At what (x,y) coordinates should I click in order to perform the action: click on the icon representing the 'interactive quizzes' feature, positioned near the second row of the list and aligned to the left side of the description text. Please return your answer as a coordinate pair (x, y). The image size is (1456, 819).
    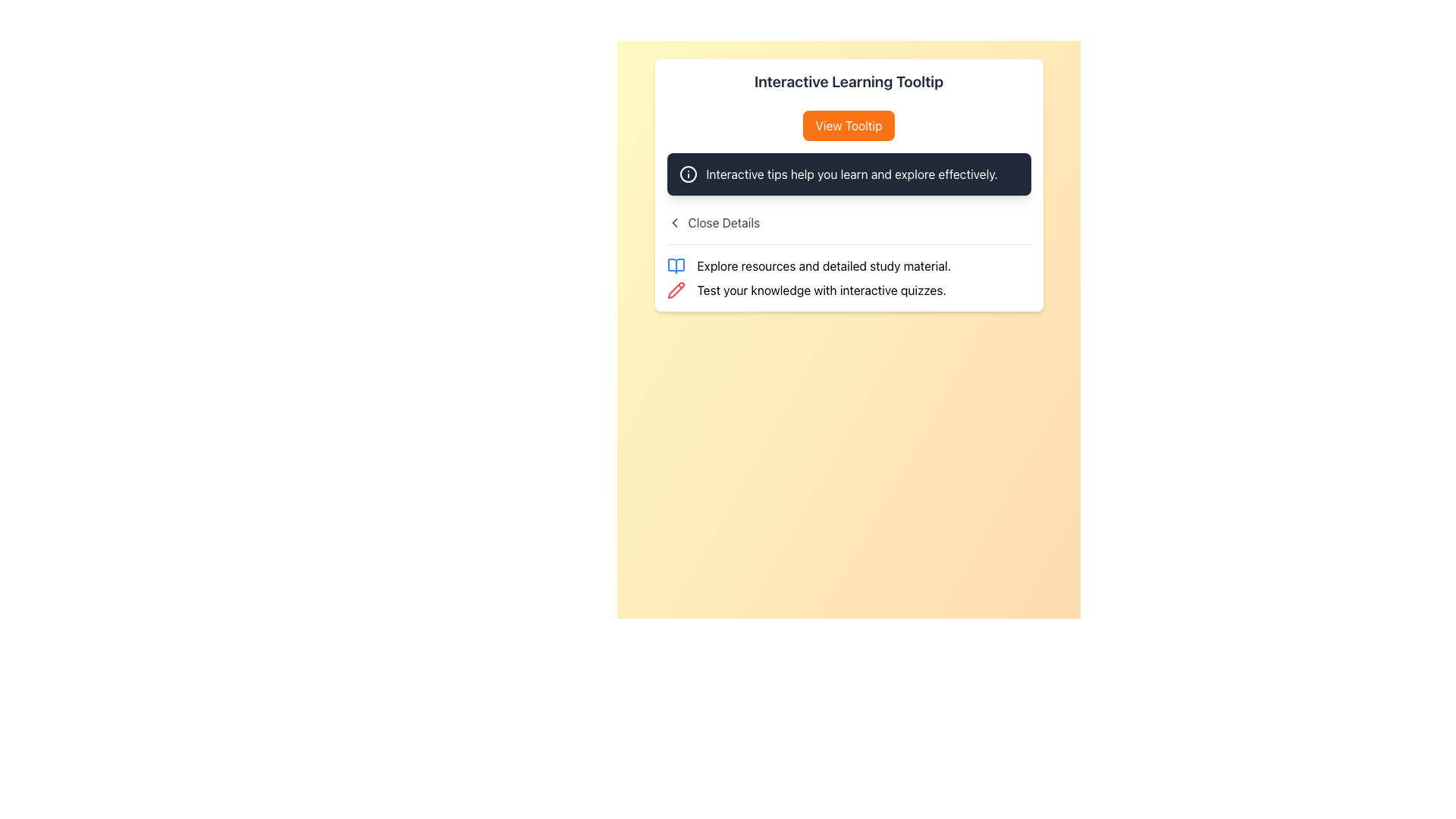
    Looking at the image, I should click on (675, 290).